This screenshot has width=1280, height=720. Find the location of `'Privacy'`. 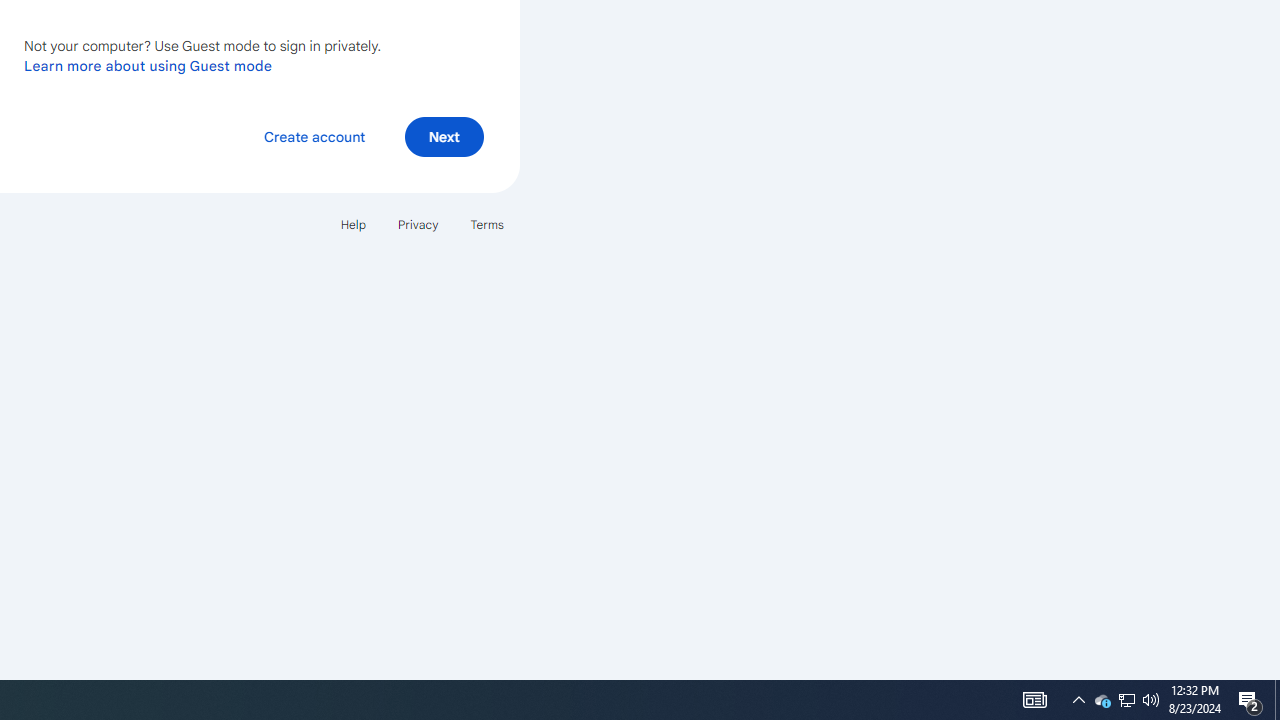

'Privacy' is located at coordinates (416, 224).